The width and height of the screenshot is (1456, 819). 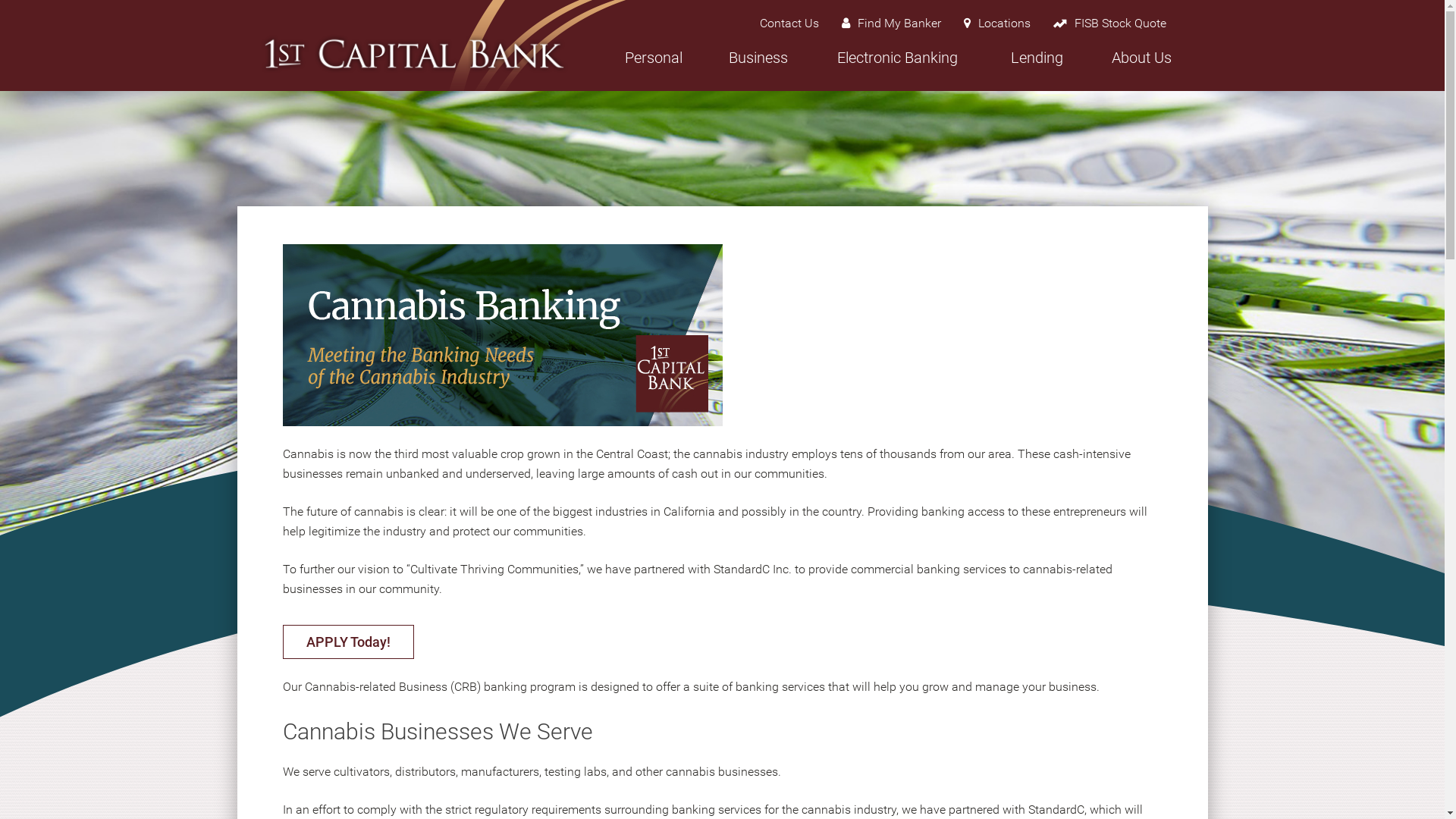 I want to click on 'Business', so click(x=757, y=65).